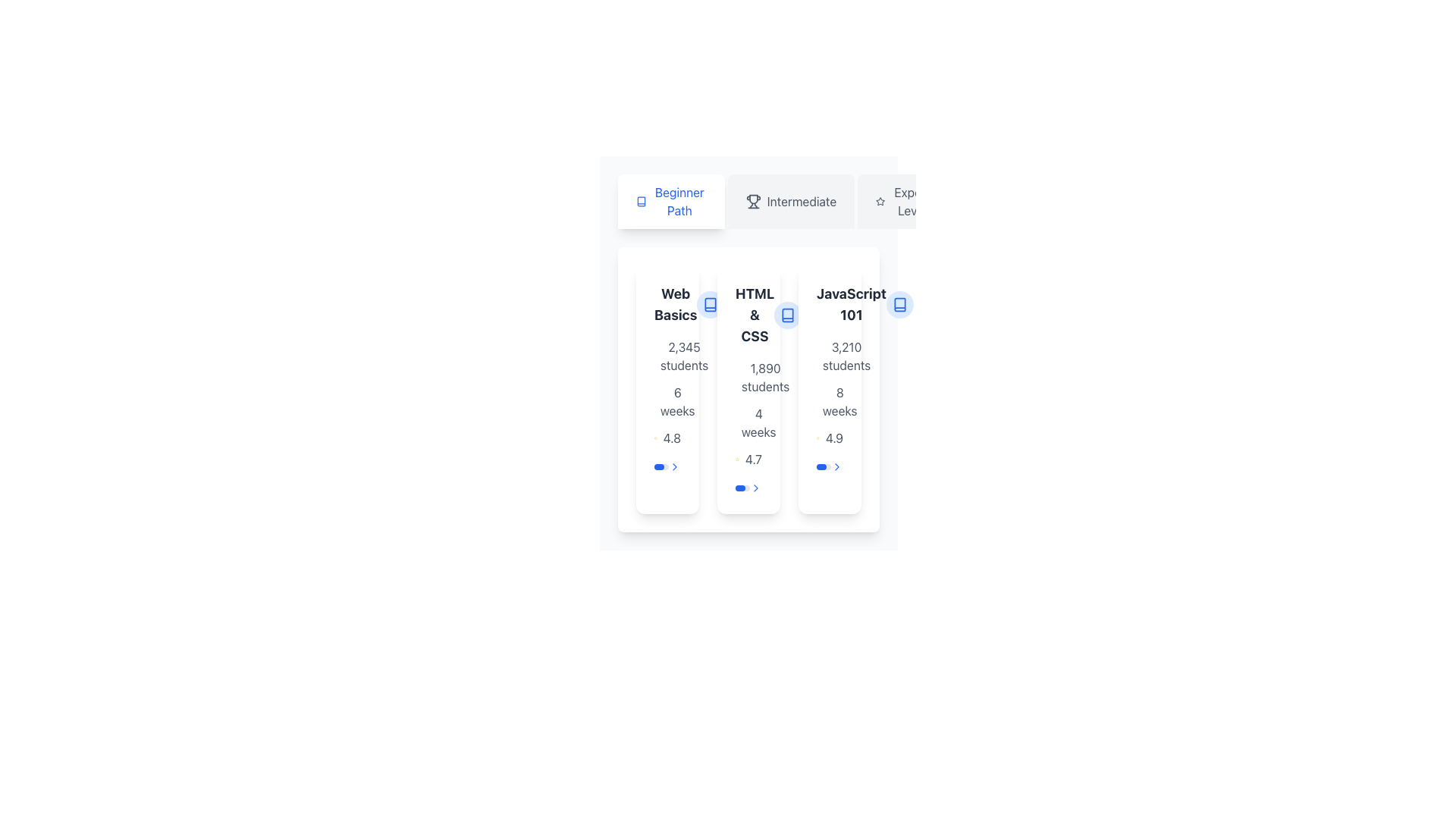  I want to click on the Circle SVG component within the clock icon that is positioned under the text '8 weeks' related to the 'JavaScript 101' course card, so click(825, 403).